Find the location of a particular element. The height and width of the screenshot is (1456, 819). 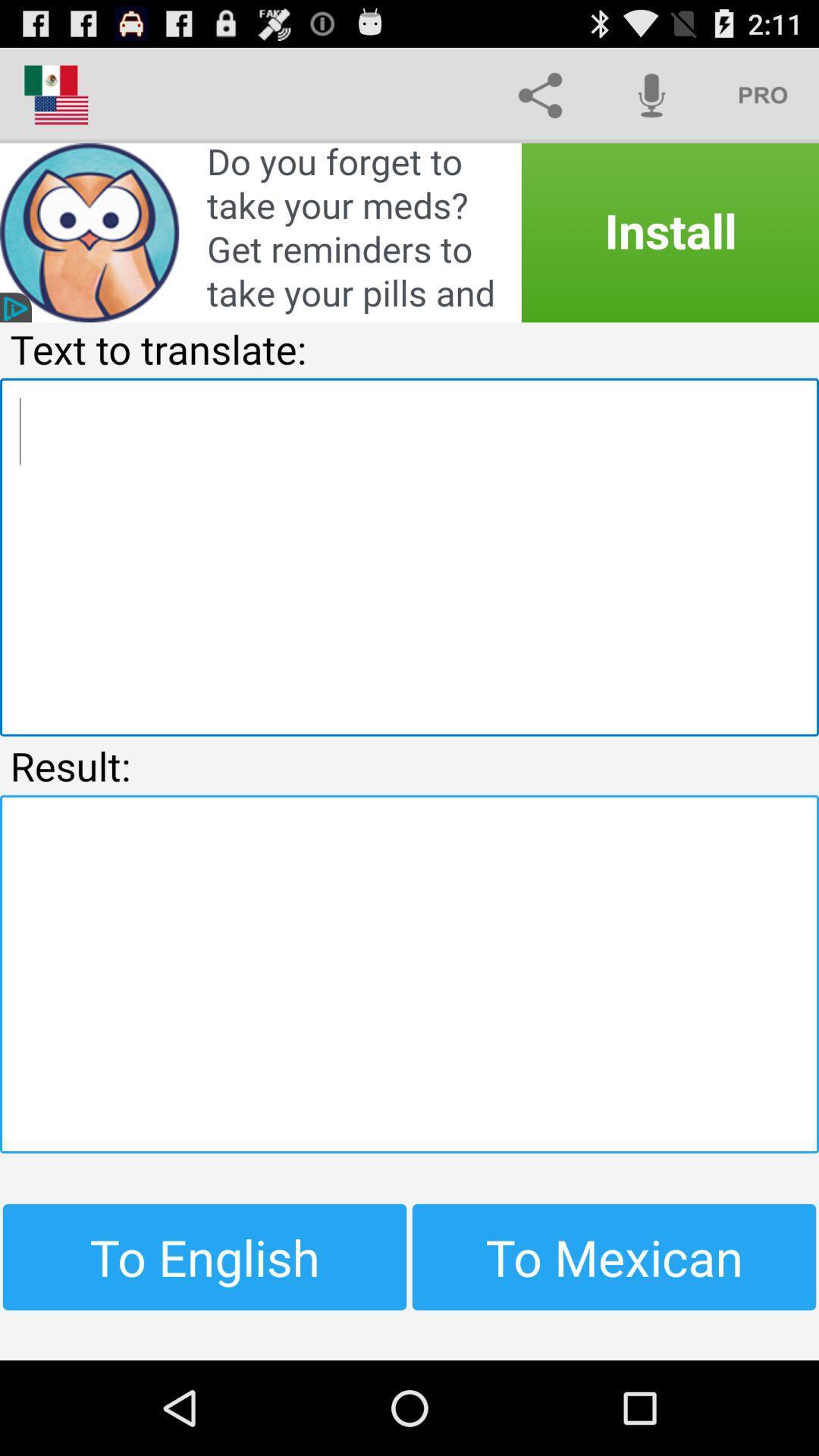

text to translate is located at coordinates (409, 556).